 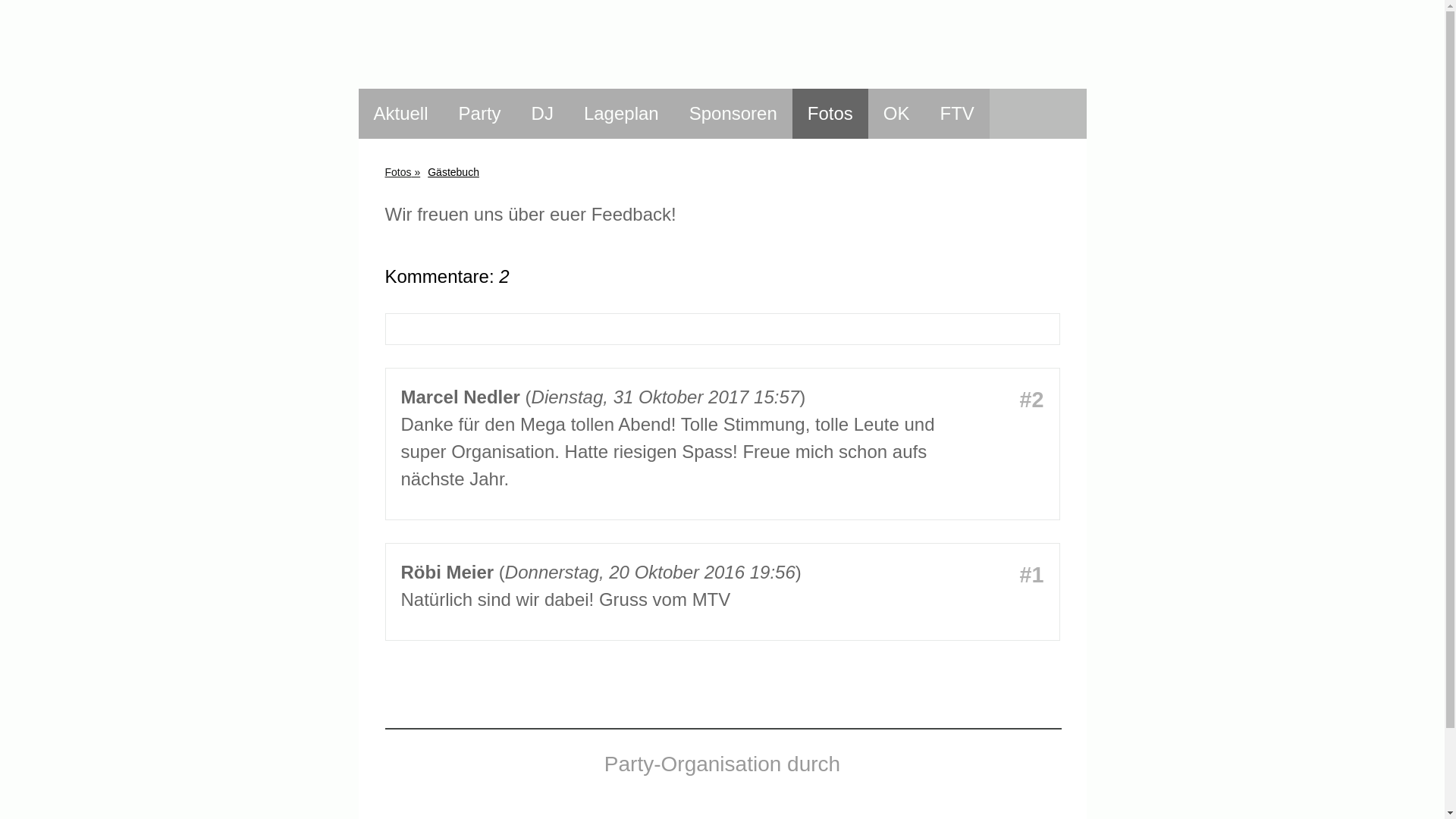 What do you see at coordinates (829, 113) in the screenshot?
I see `'Fotos'` at bounding box center [829, 113].